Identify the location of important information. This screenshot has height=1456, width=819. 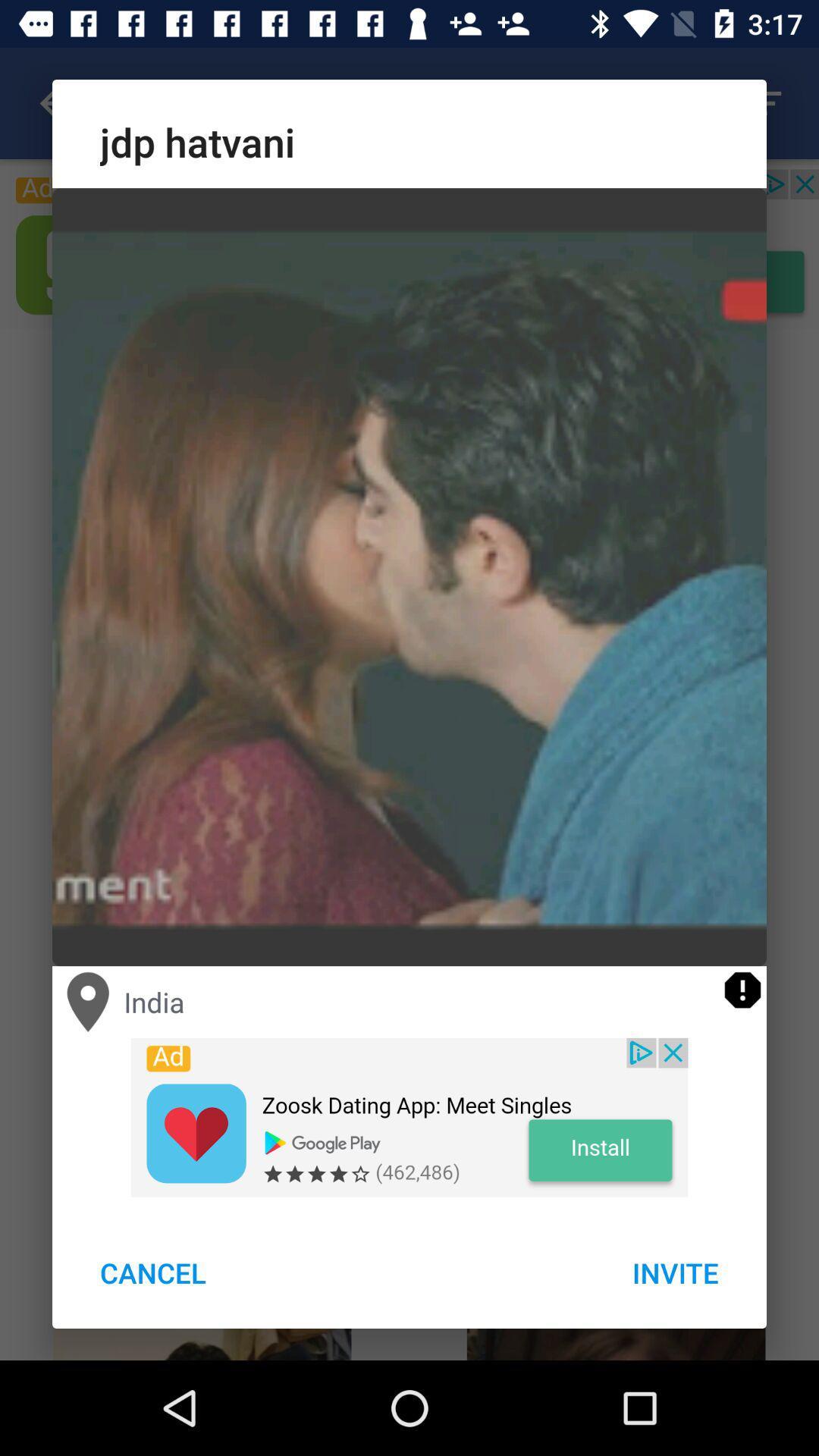
(742, 990).